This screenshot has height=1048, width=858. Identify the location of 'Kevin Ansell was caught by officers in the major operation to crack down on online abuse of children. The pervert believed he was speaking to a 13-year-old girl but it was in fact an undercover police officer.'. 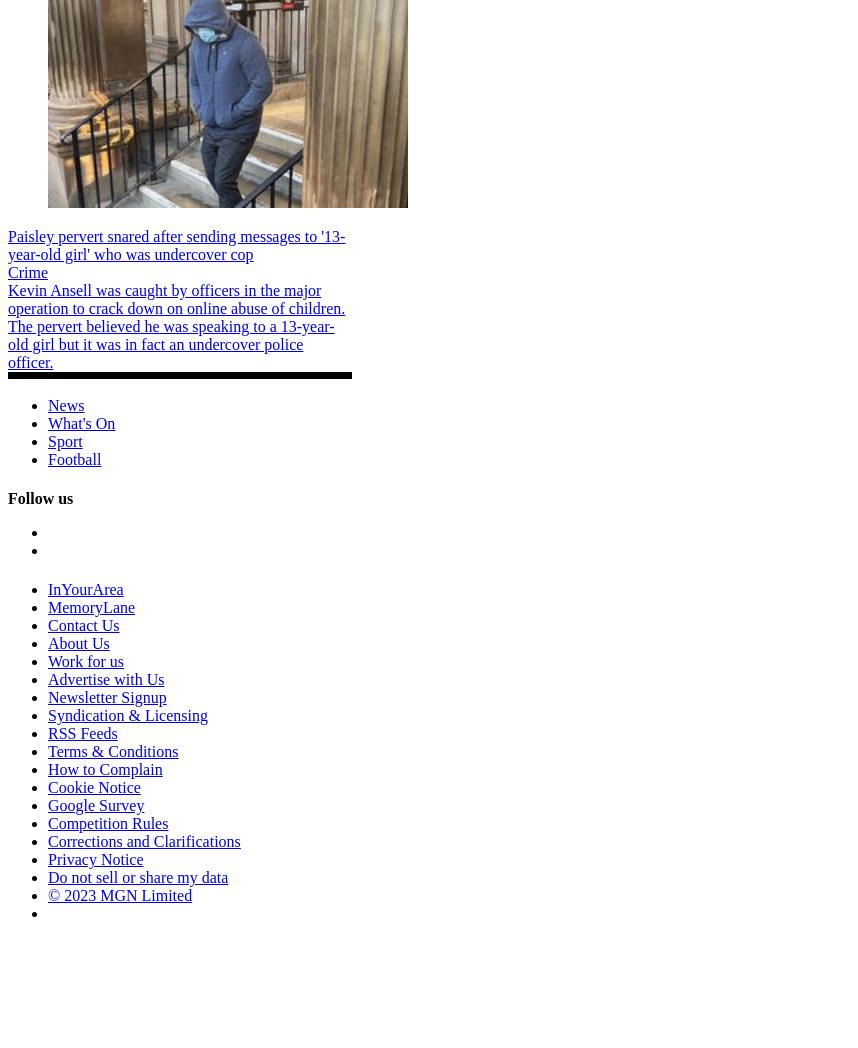
(176, 325).